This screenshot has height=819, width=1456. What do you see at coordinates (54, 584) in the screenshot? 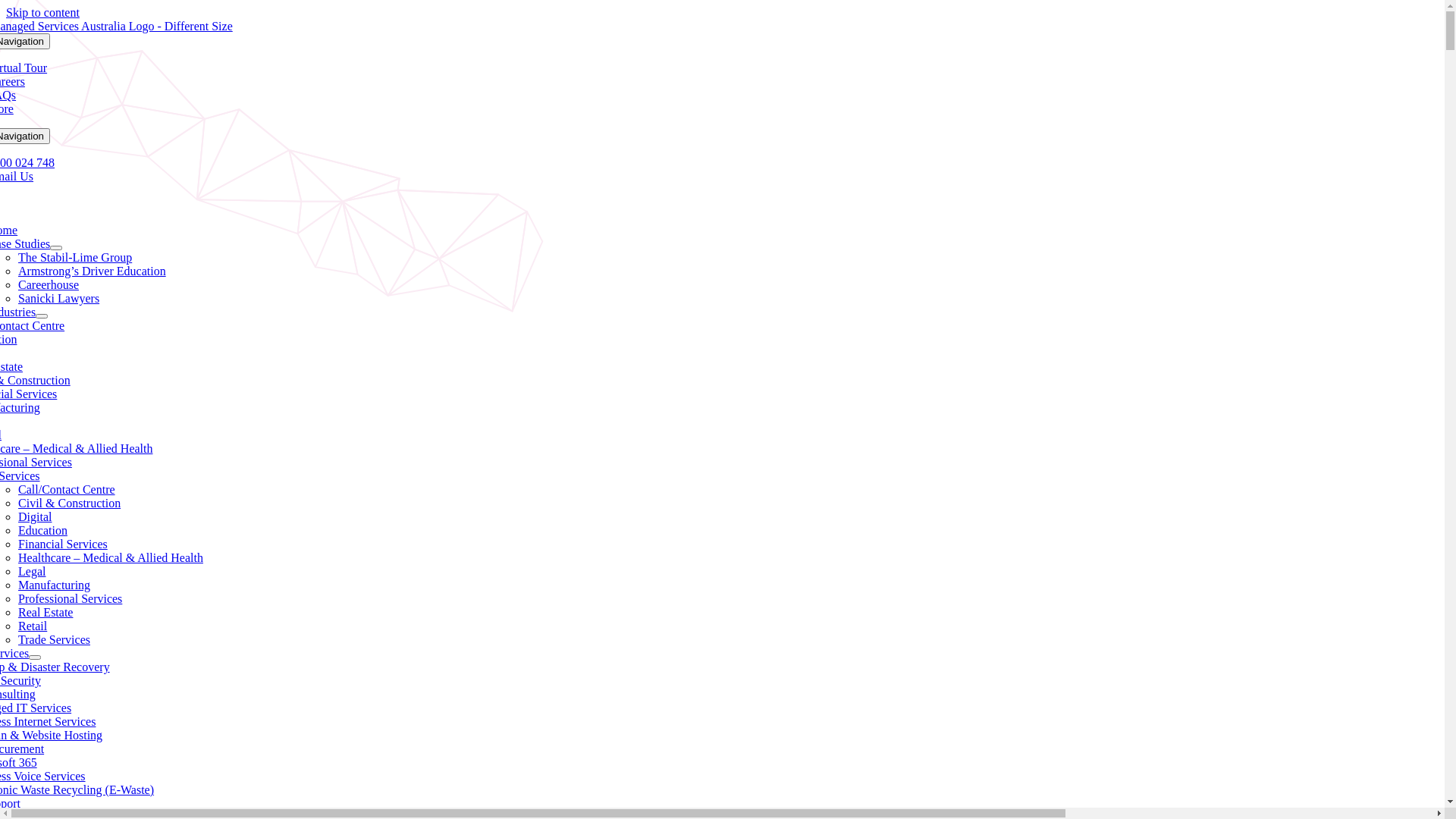
I see `'Manufacturing'` at bounding box center [54, 584].